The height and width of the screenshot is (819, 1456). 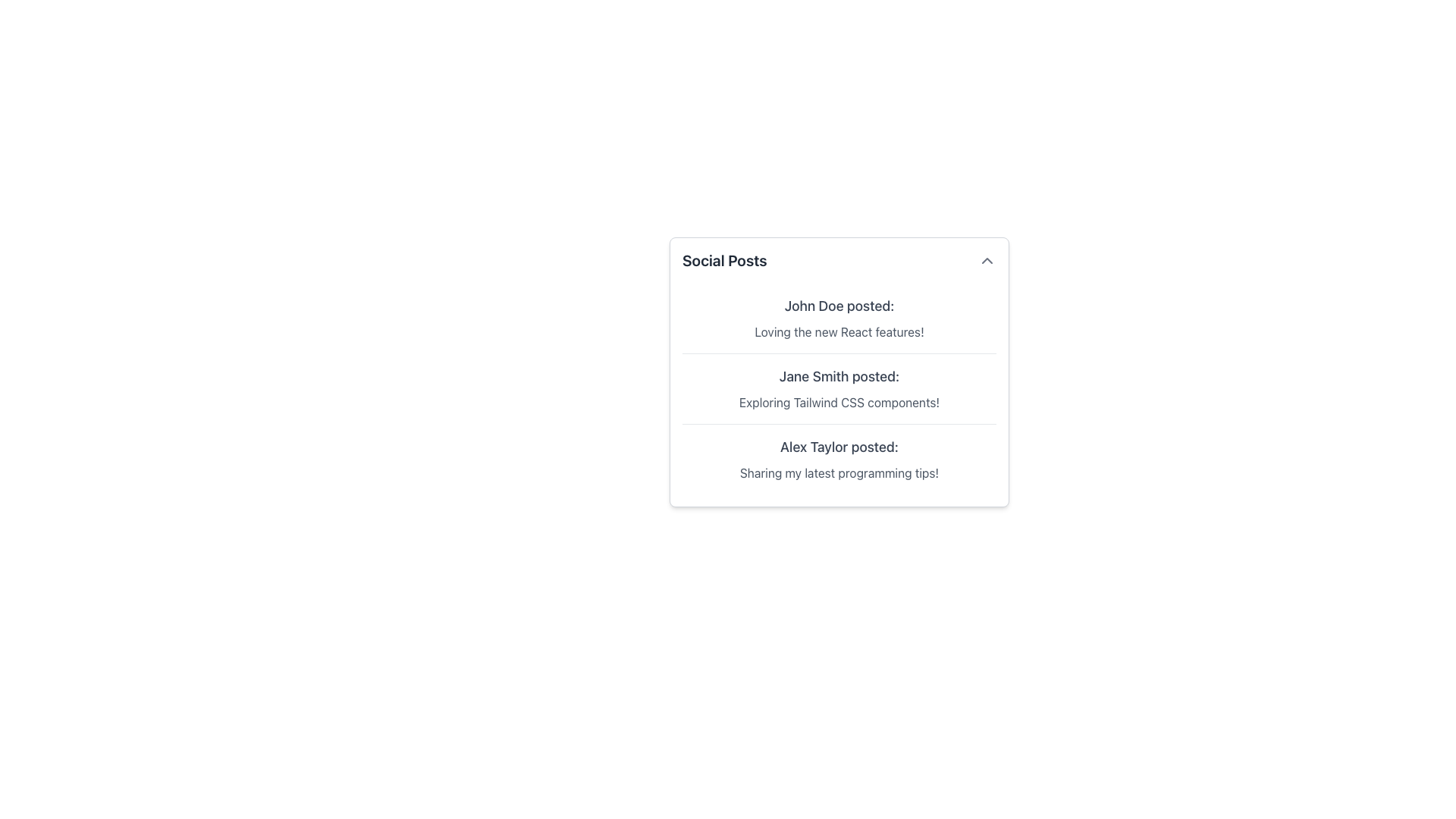 What do you see at coordinates (723, 259) in the screenshot?
I see `on the Text Label that serves as a header for social posts` at bounding box center [723, 259].